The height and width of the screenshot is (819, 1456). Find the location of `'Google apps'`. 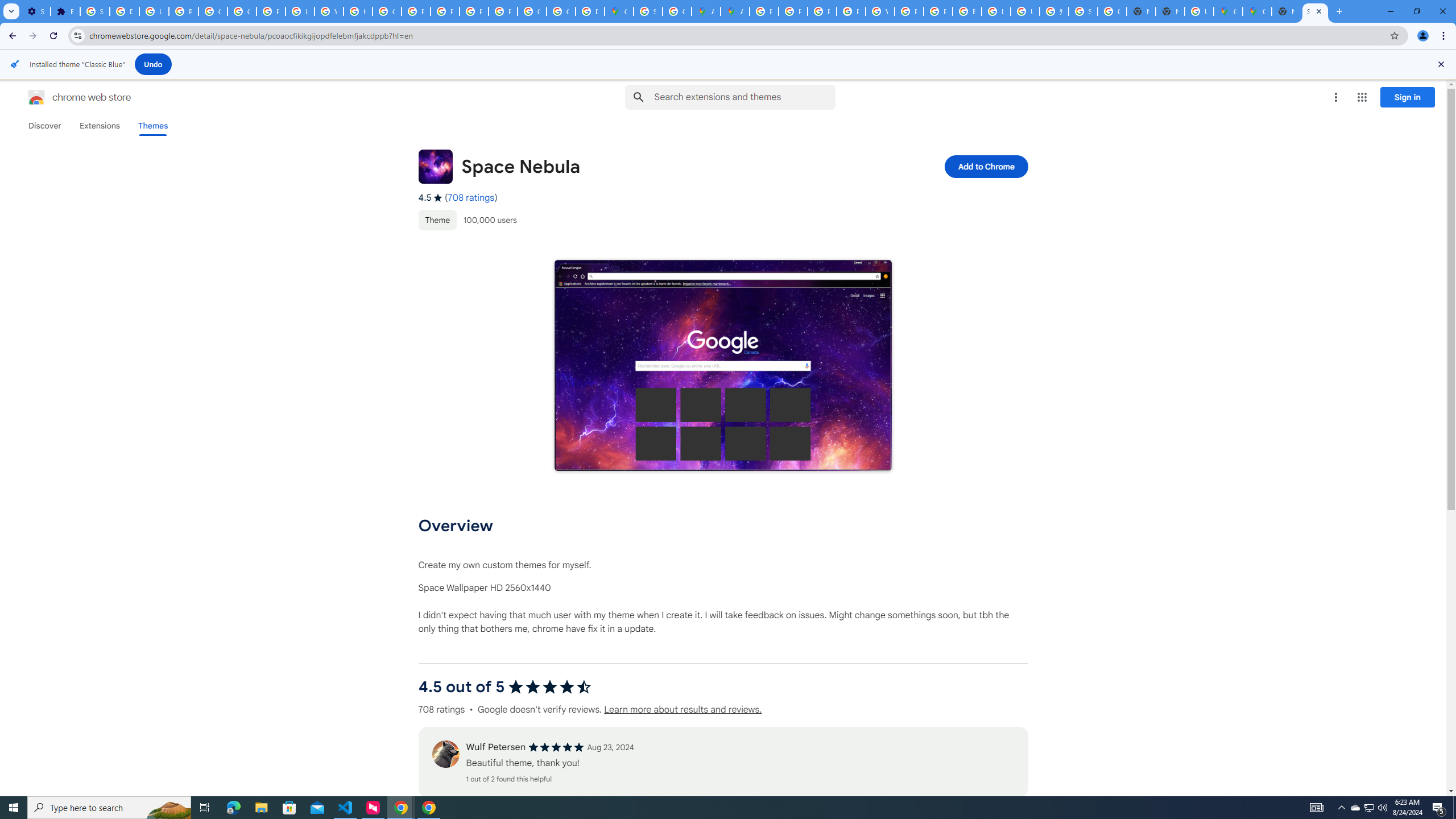

'Google apps' is located at coordinates (1361, 97).